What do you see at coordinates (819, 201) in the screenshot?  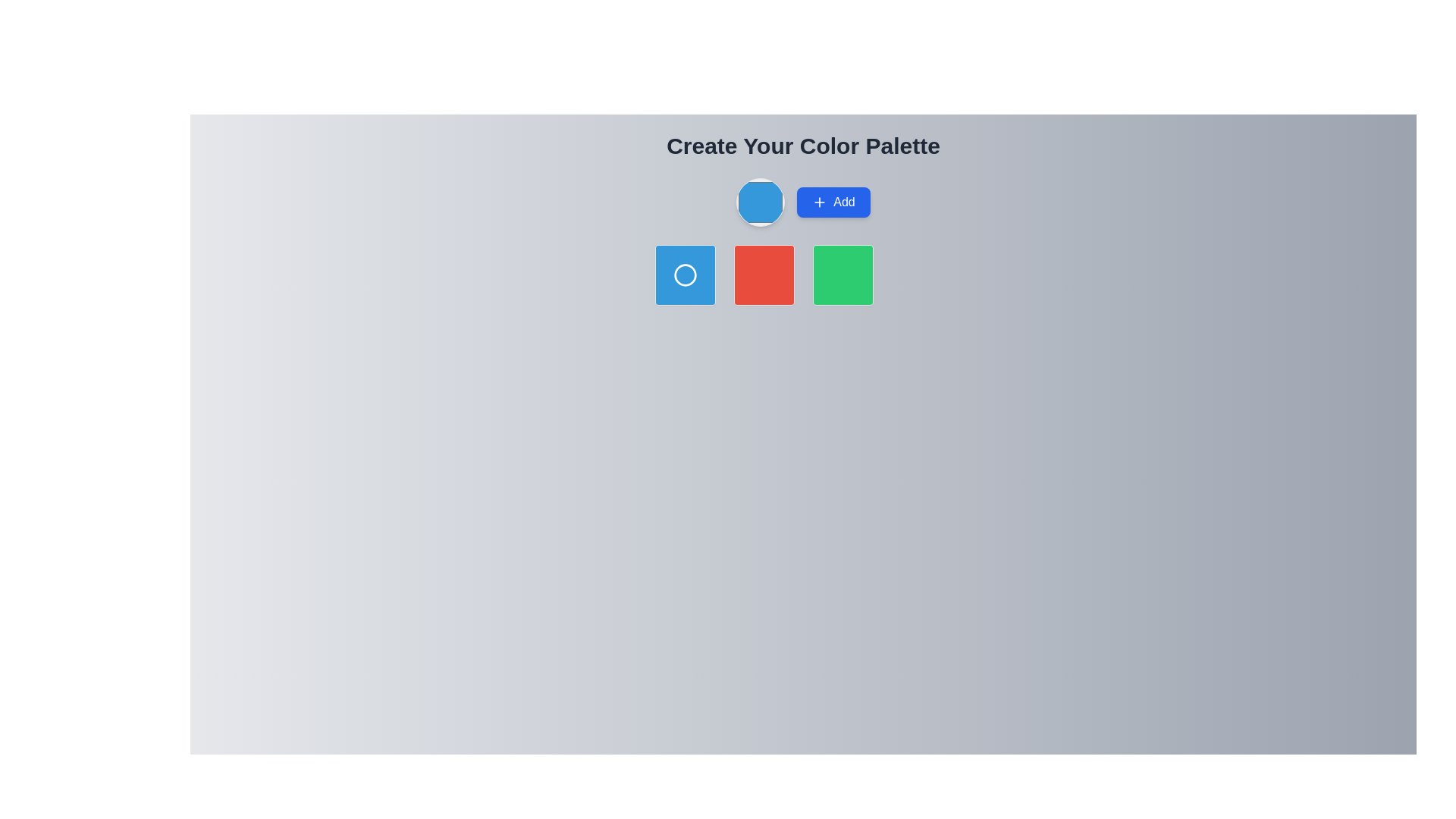 I see `the icon part of the 'Add' button located at the top center of the interface under the heading 'Create Your Color Palette'` at bounding box center [819, 201].